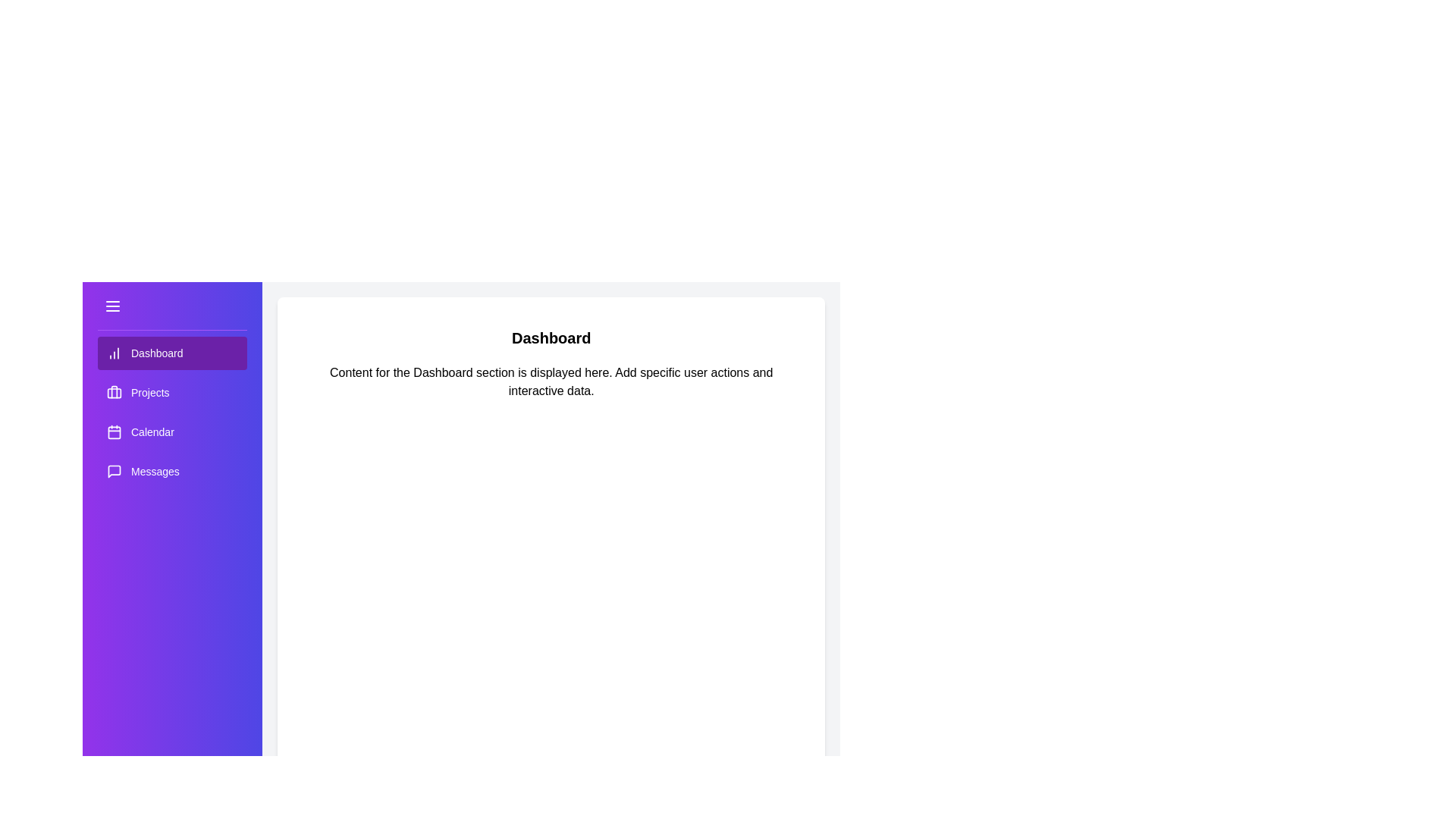 The image size is (1456, 819). I want to click on toggle button located at the top-left corner of the drawer to toggle its state, so click(111, 306).